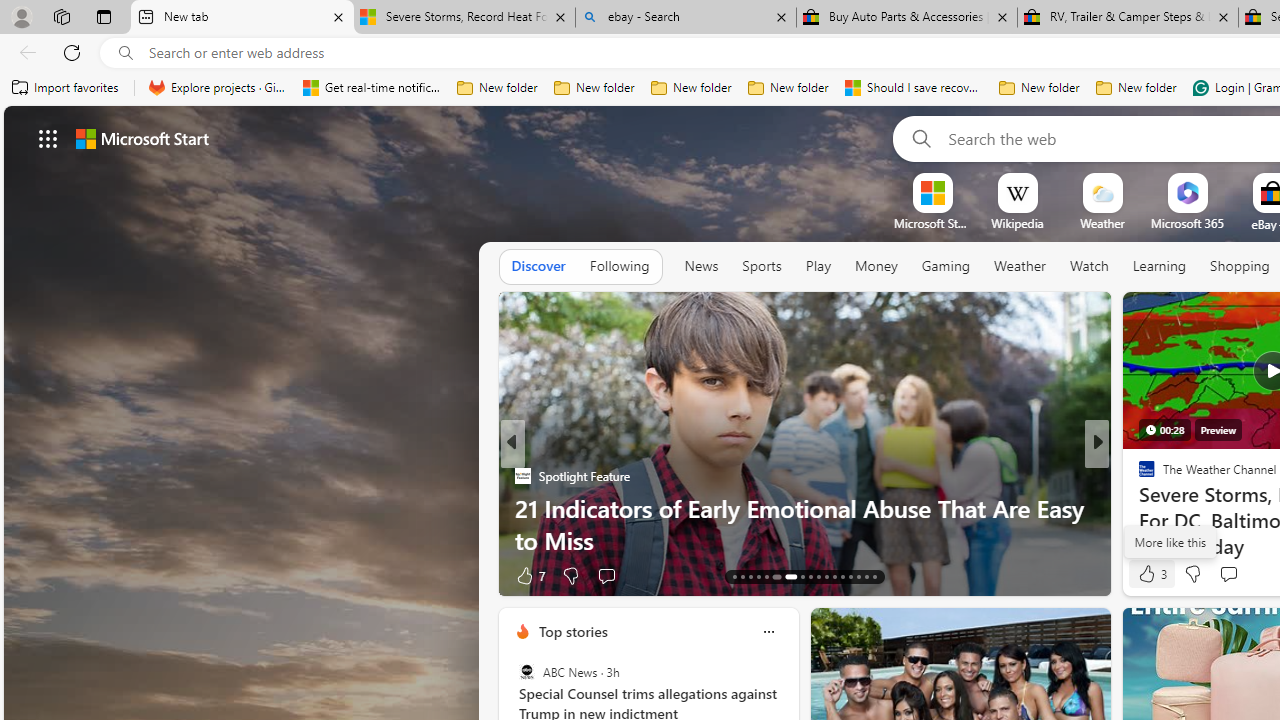 Image resolution: width=1280 pixels, height=720 pixels. Describe the element at coordinates (1151, 574) in the screenshot. I see `'3 Like'` at that location.